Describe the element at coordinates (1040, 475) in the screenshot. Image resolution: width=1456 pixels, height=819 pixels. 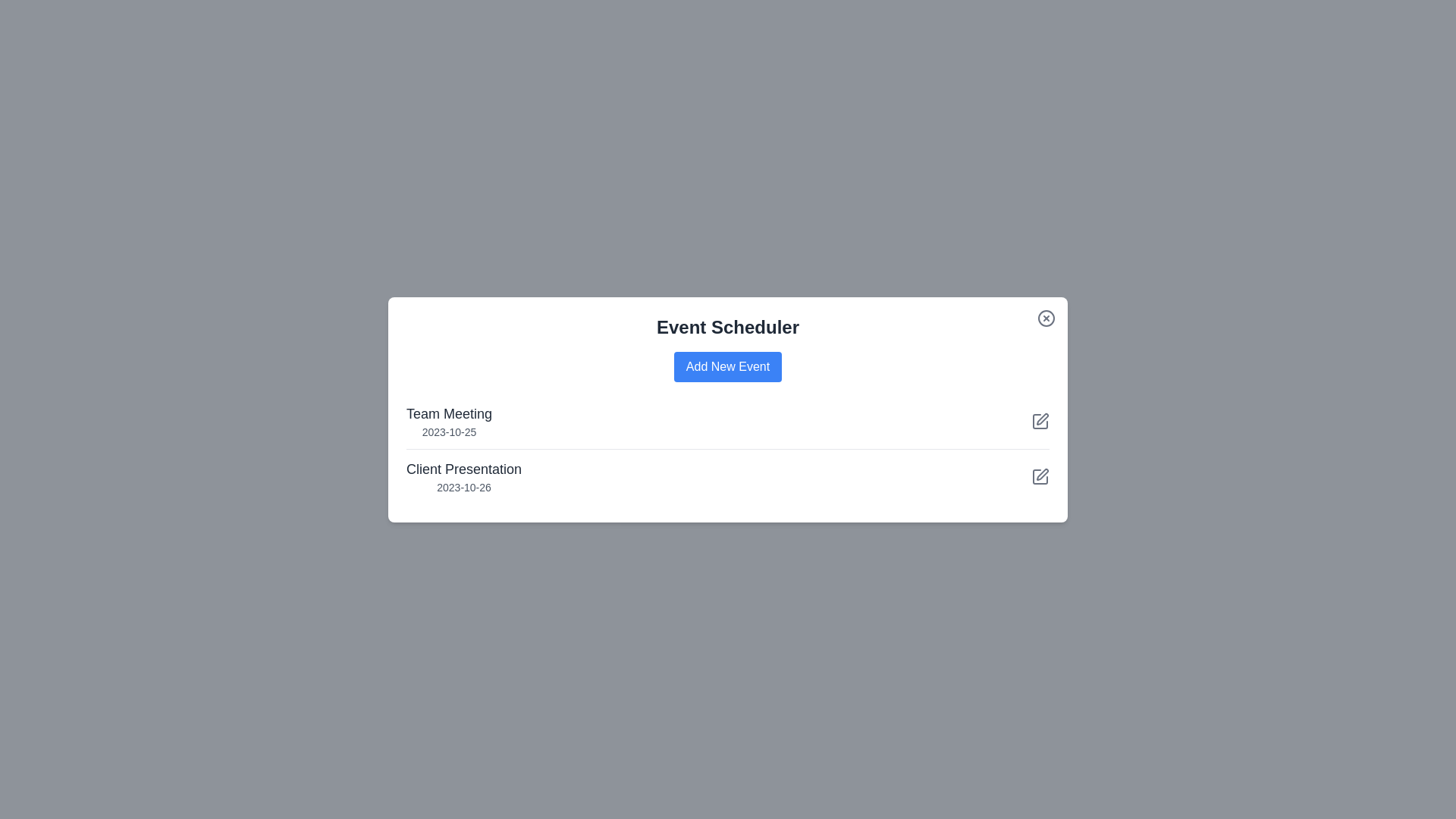
I see `the Edit Icon located to the right of the 'Client Presentation' text with the date '2023-10-26'` at that location.